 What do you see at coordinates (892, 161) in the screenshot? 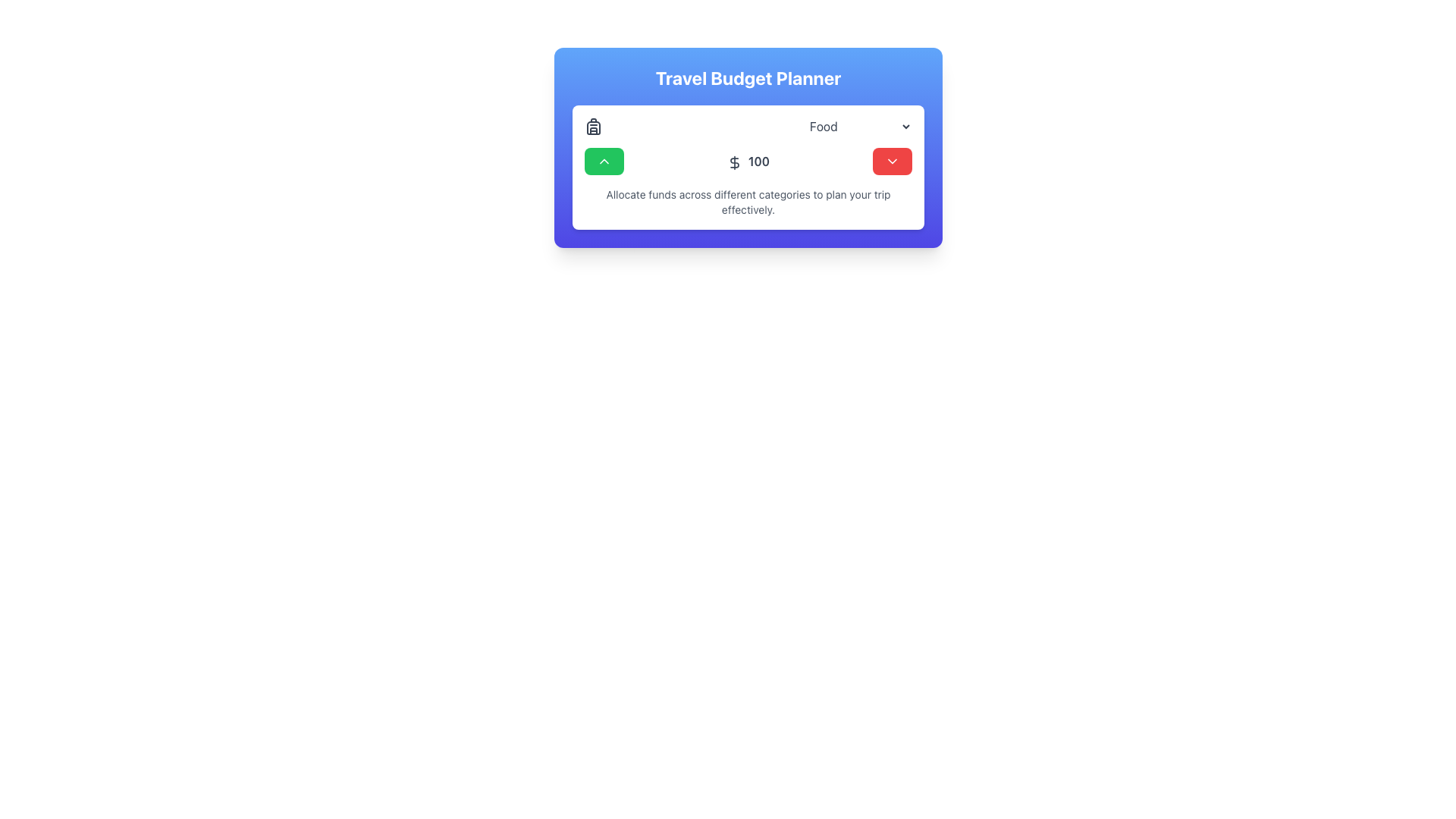
I see `the downward-pointing chevron icon on the red background located at the far right of the interface to interact with the dropdown` at bounding box center [892, 161].